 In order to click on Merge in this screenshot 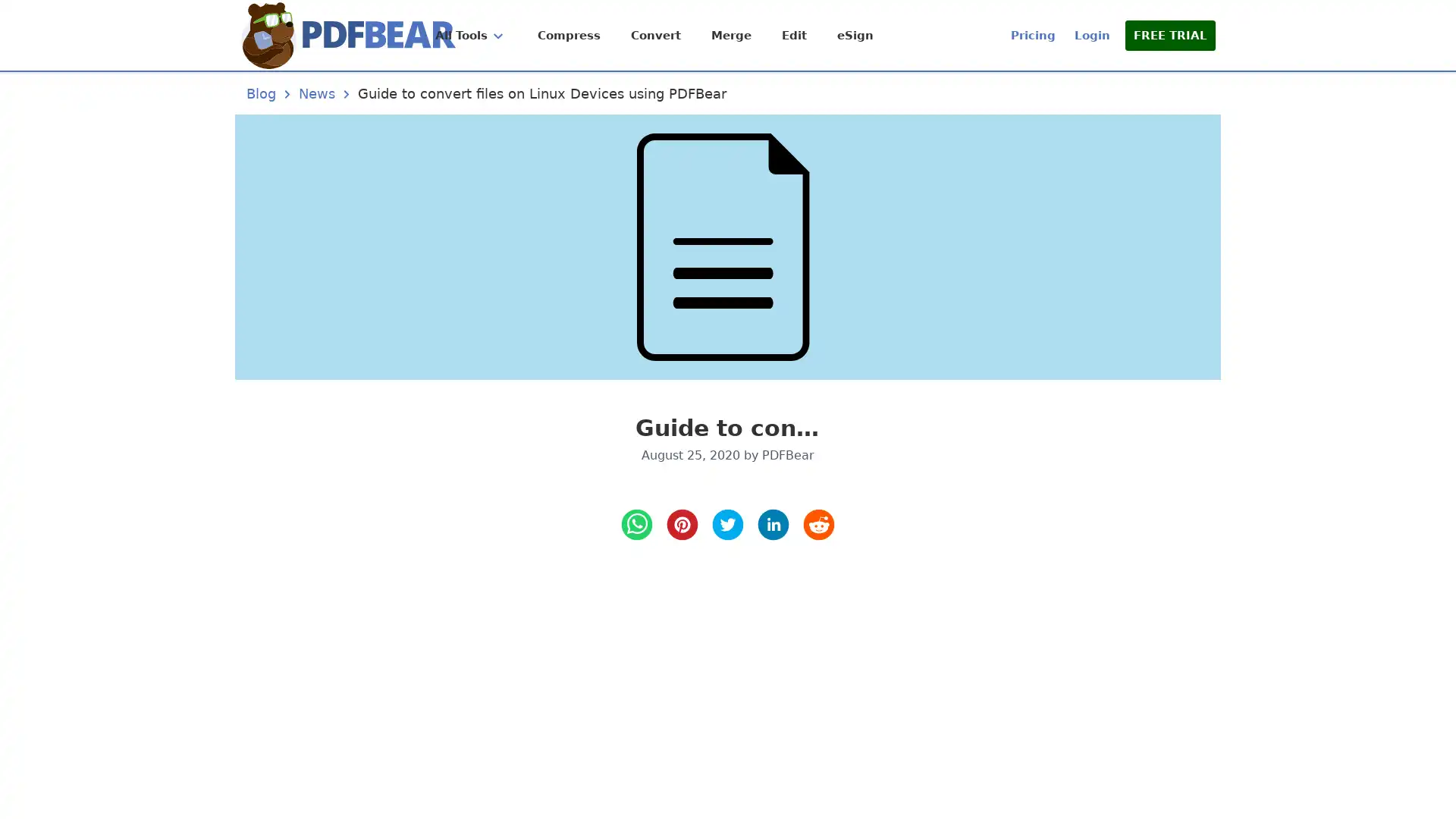, I will do `click(730, 34)`.